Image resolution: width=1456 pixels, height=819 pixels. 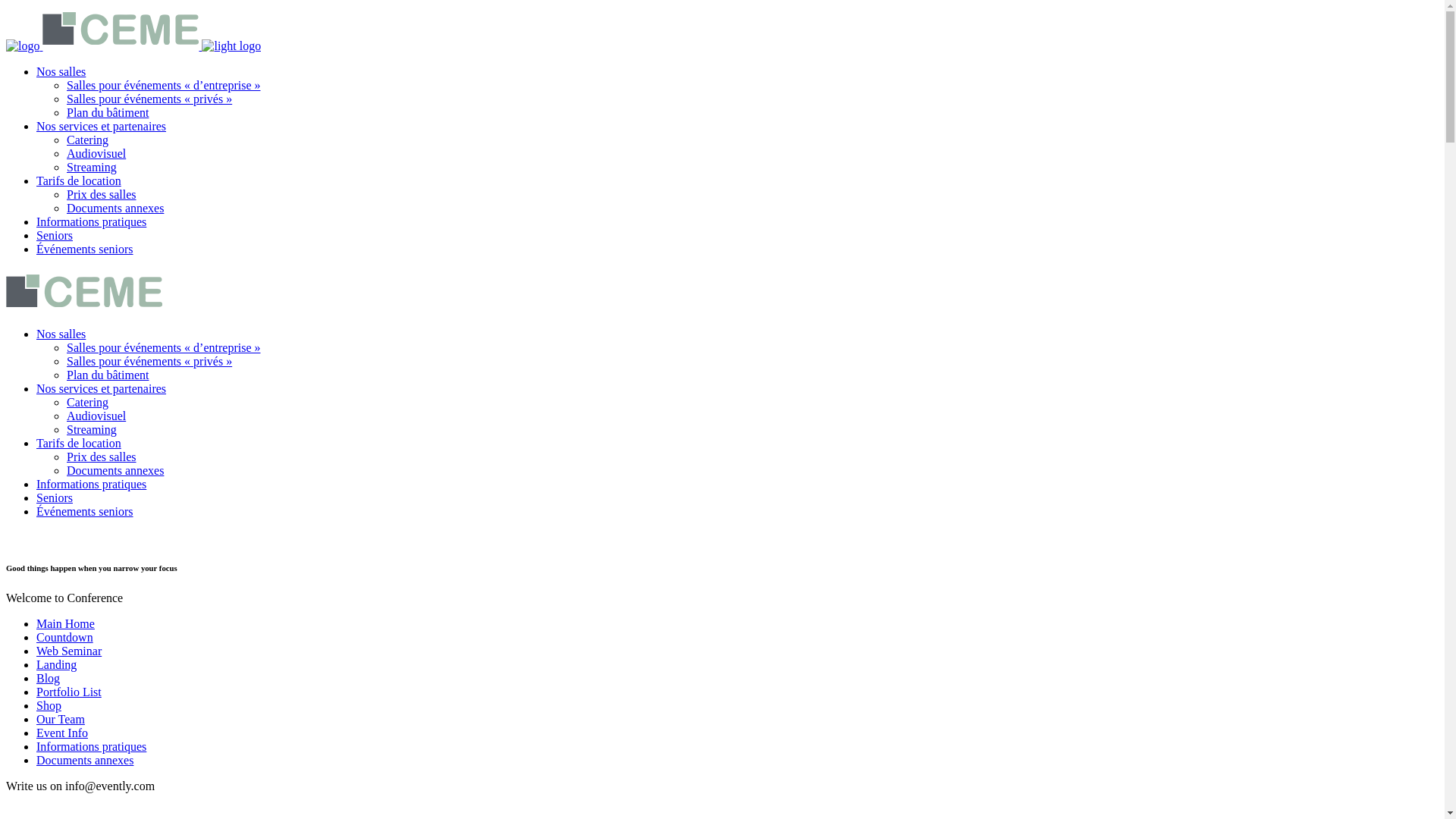 I want to click on 'Countdown', so click(x=64, y=637).